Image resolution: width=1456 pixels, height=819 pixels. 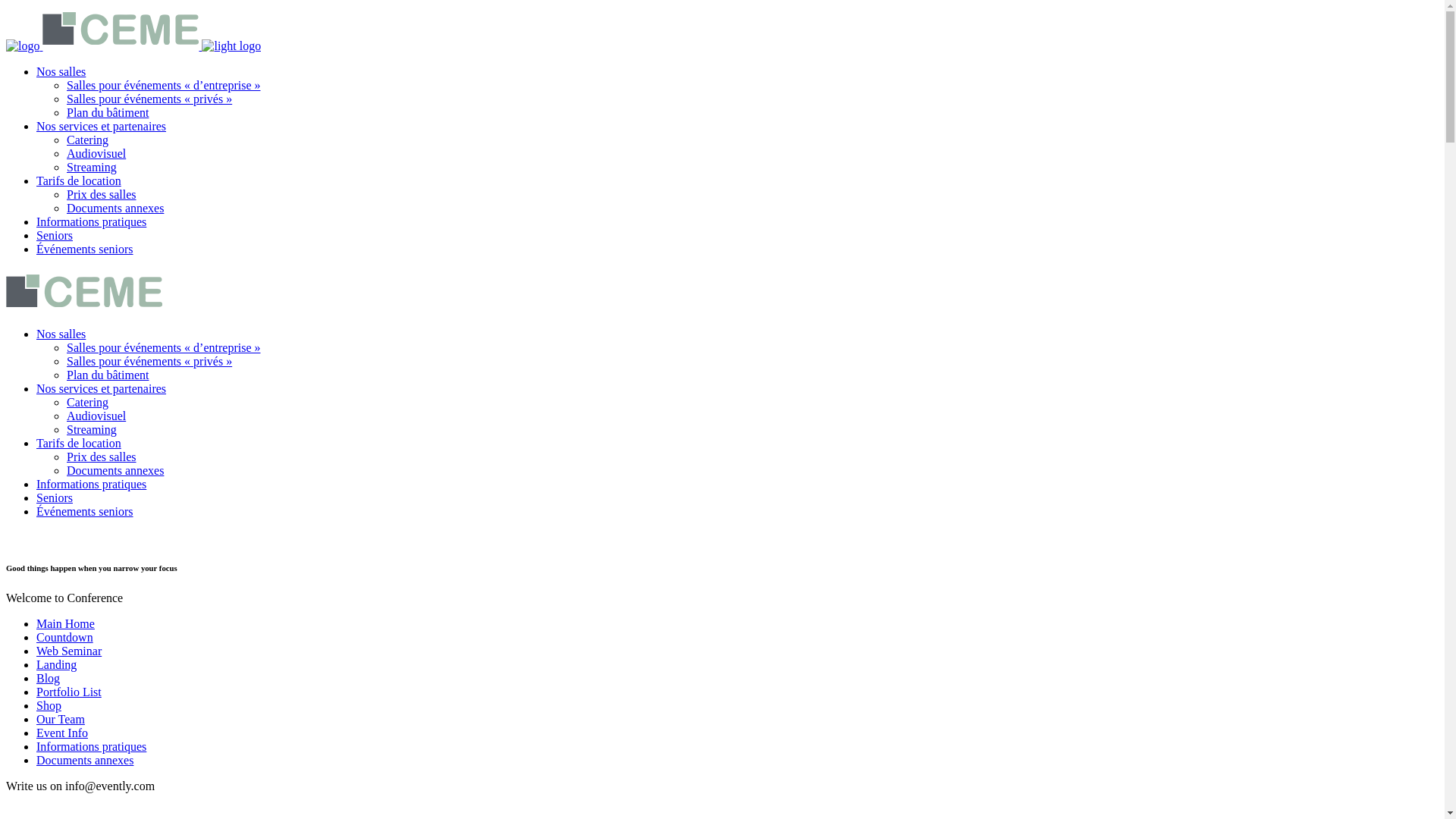 I want to click on 'Countdown', so click(x=64, y=637).